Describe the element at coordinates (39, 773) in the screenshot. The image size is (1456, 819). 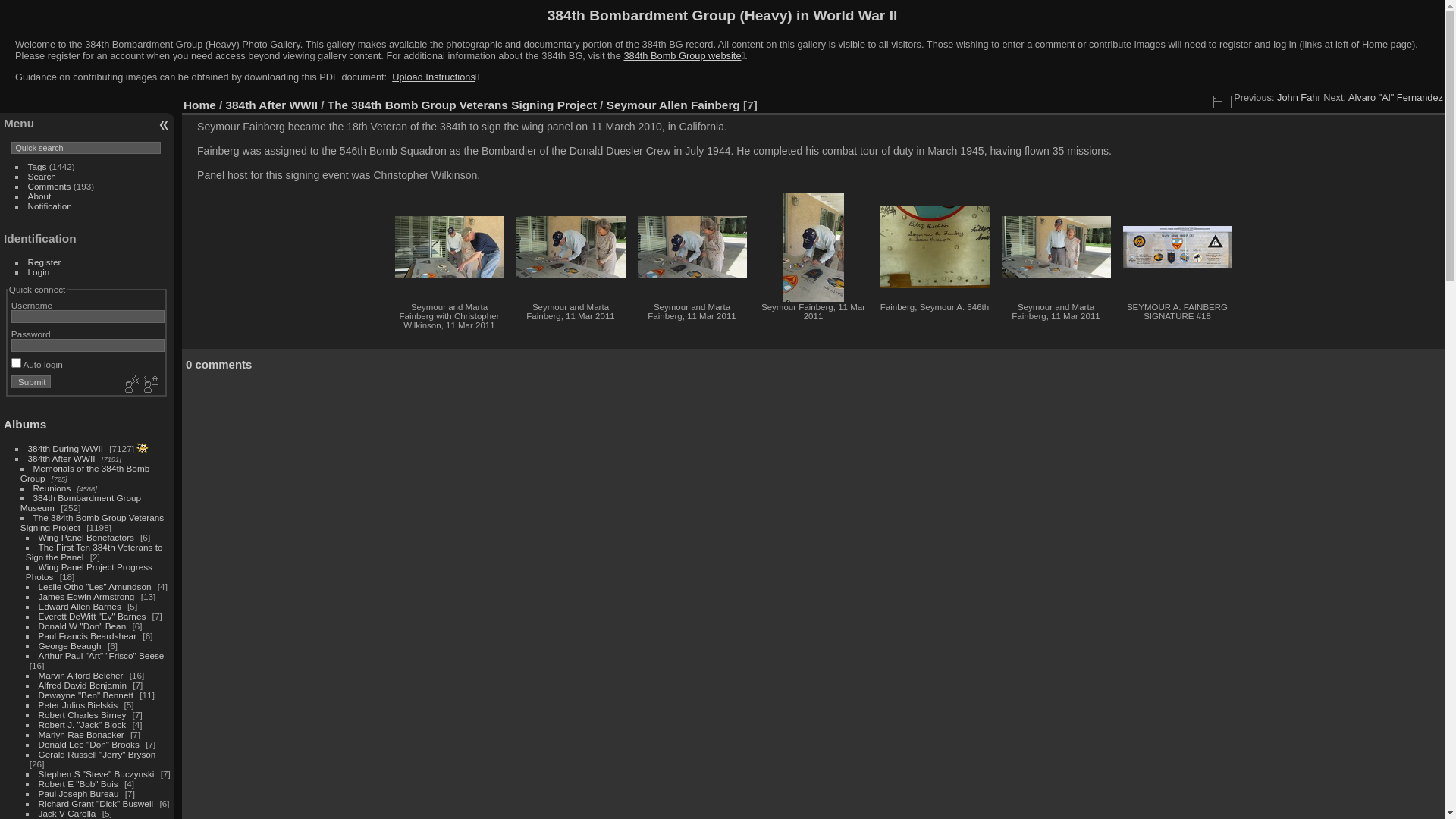
I see `'Stephen S "Steve" Buczynski'` at that location.